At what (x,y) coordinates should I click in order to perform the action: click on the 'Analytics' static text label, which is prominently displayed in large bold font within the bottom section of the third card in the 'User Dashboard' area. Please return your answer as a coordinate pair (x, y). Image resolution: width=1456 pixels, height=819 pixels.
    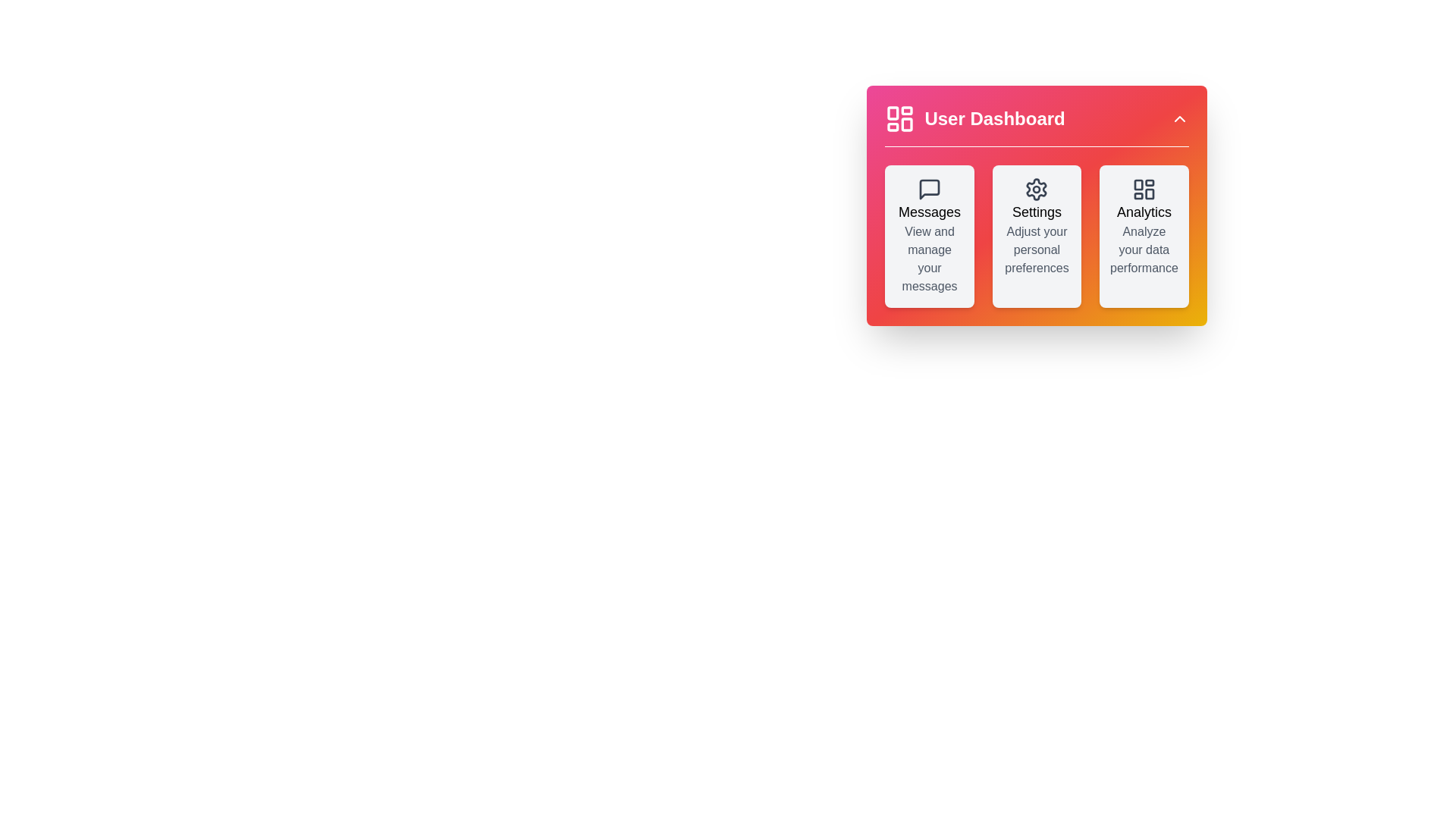
    Looking at the image, I should click on (1144, 212).